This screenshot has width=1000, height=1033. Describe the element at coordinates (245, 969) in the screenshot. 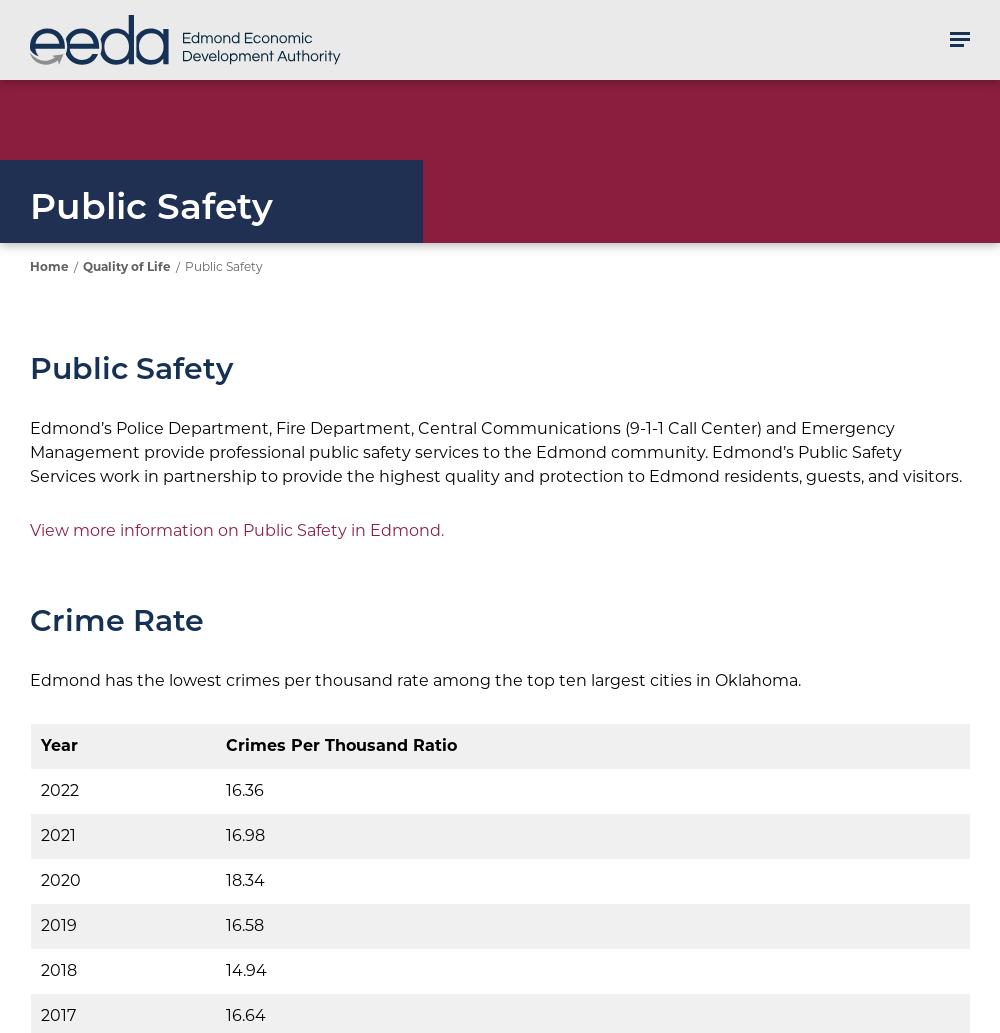

I see `'14.94'` at that location.